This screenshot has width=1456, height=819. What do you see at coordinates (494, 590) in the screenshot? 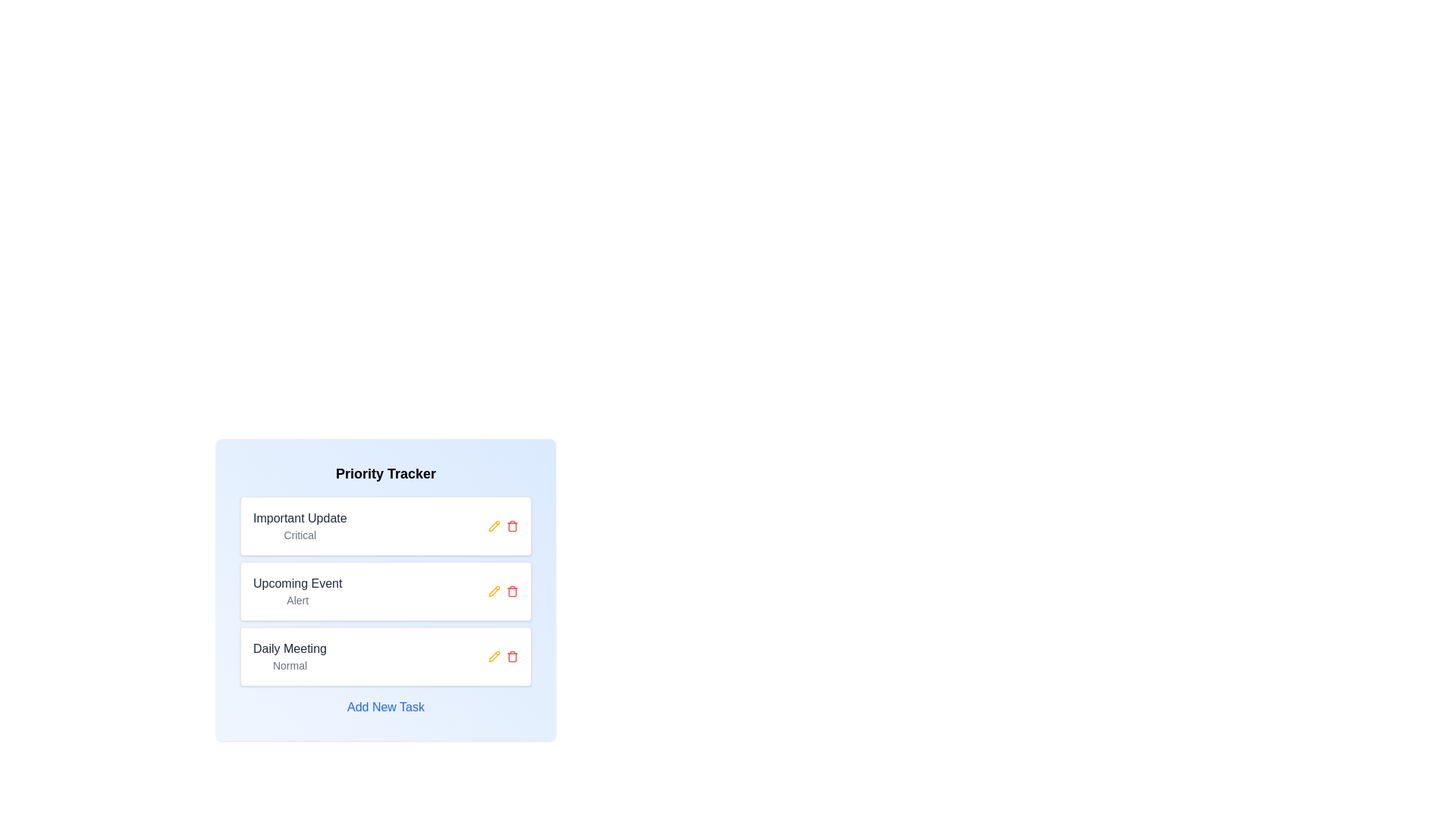
I see `the pencil icon associated with the chip titled Upcoming Event` at bounding box center [494, 590].